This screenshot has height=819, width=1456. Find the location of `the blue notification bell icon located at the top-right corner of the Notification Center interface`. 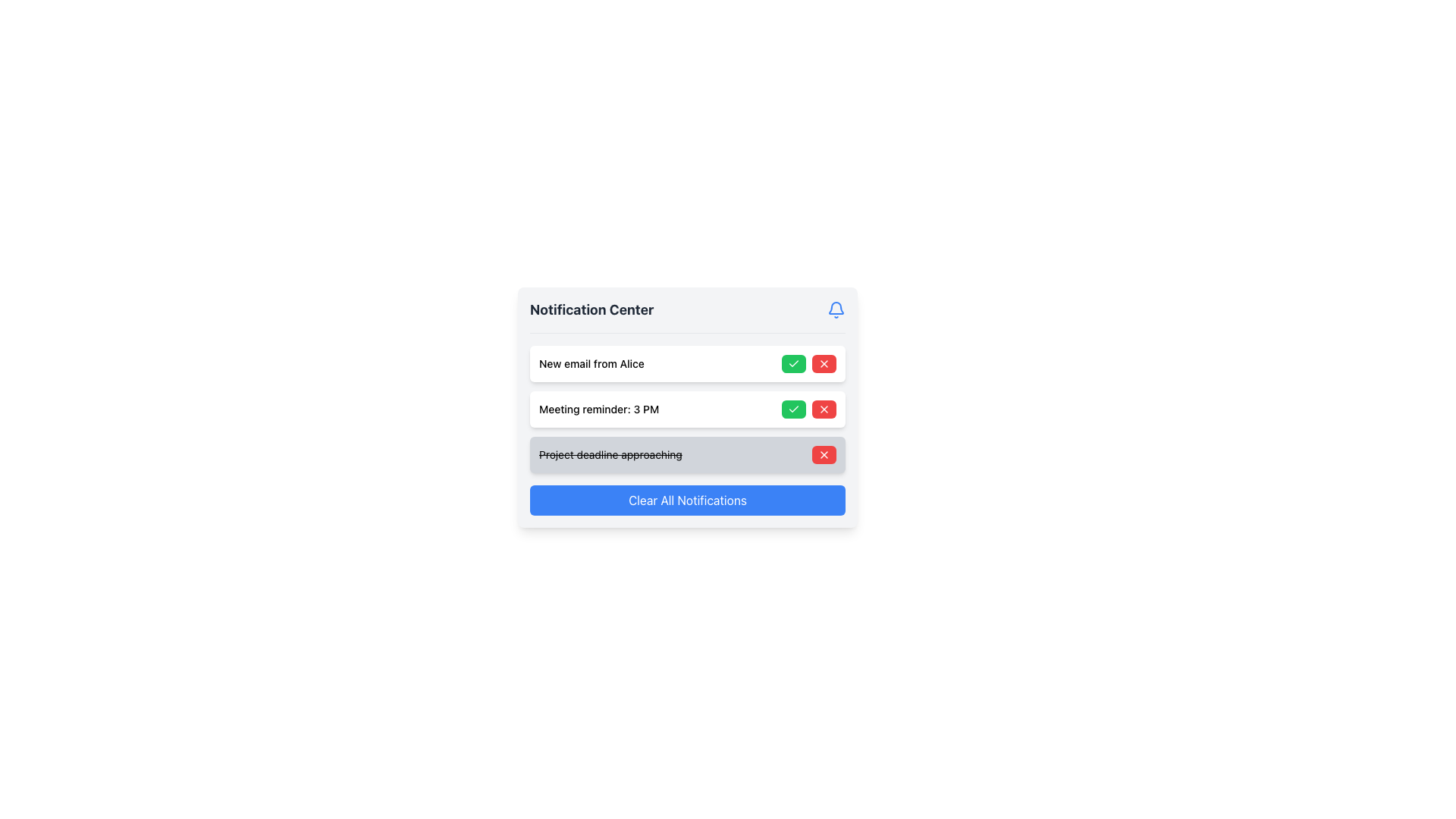

the blue notification bell icon located at the top-right corner of the Notification Center interface is located at coordinates (836, 309).